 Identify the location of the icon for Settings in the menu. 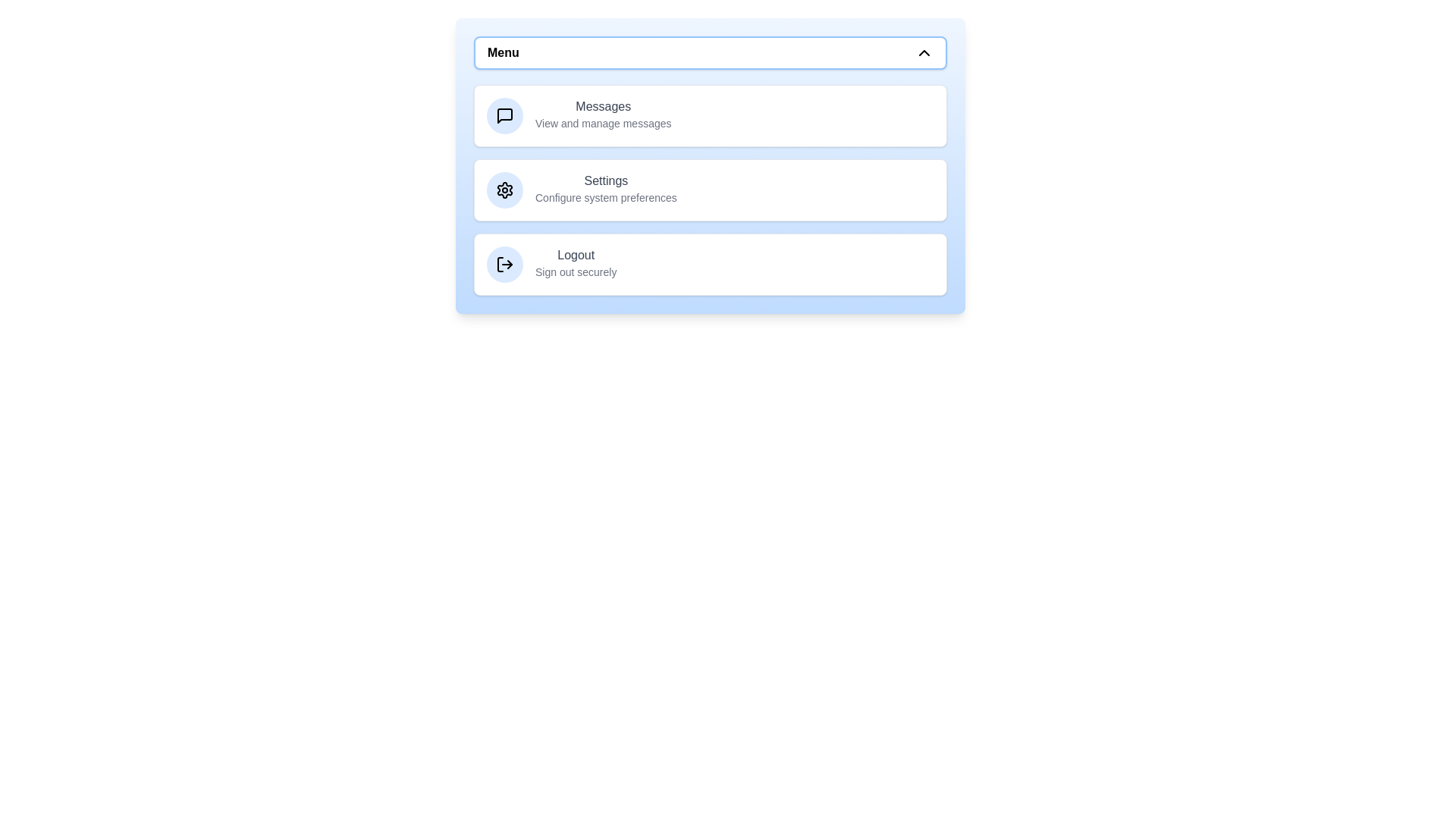
(505, 189).